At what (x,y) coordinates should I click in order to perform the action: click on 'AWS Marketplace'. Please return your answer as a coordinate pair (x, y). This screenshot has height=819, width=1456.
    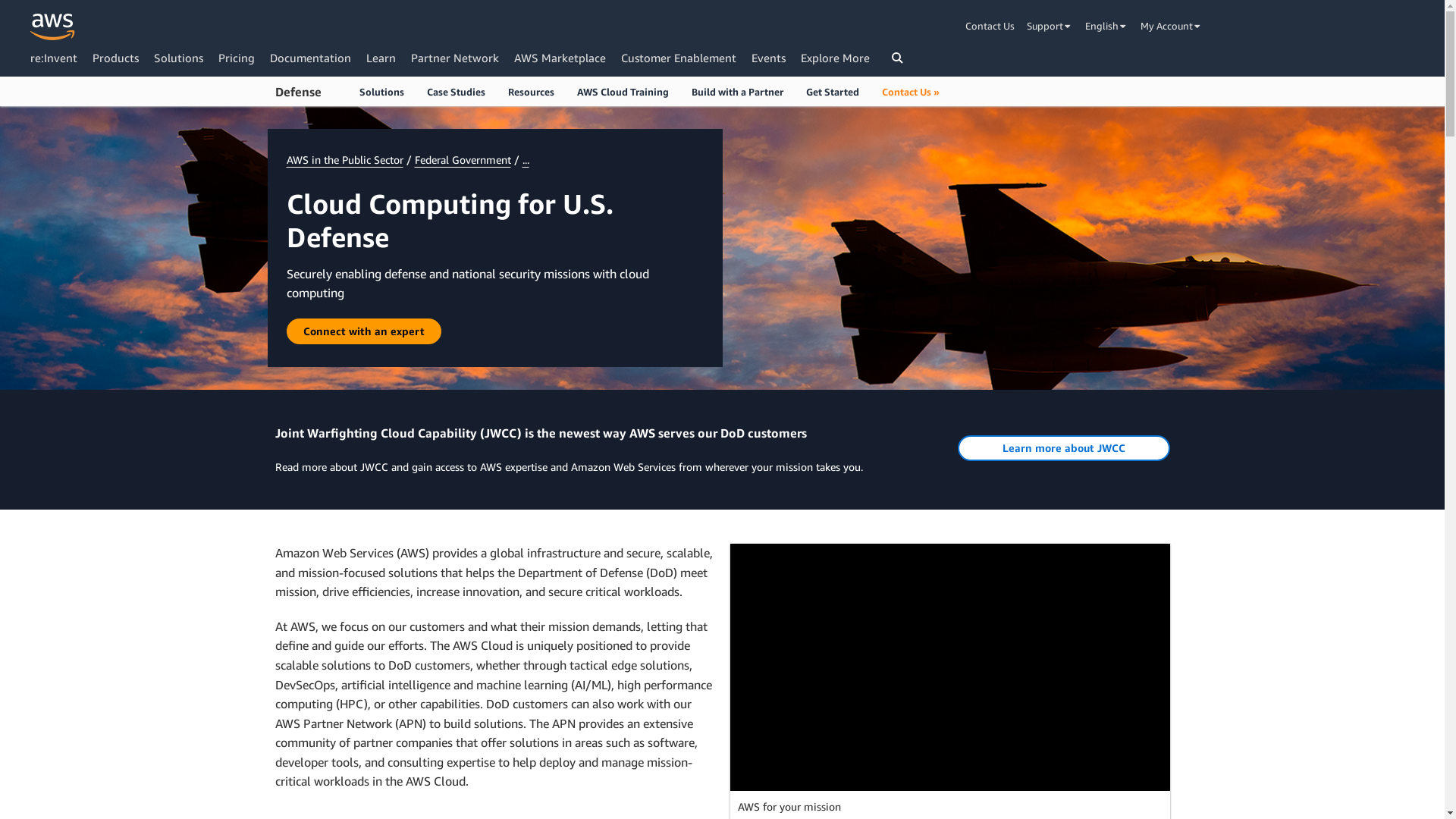
    Looking at the image, I should click on (559, 57).